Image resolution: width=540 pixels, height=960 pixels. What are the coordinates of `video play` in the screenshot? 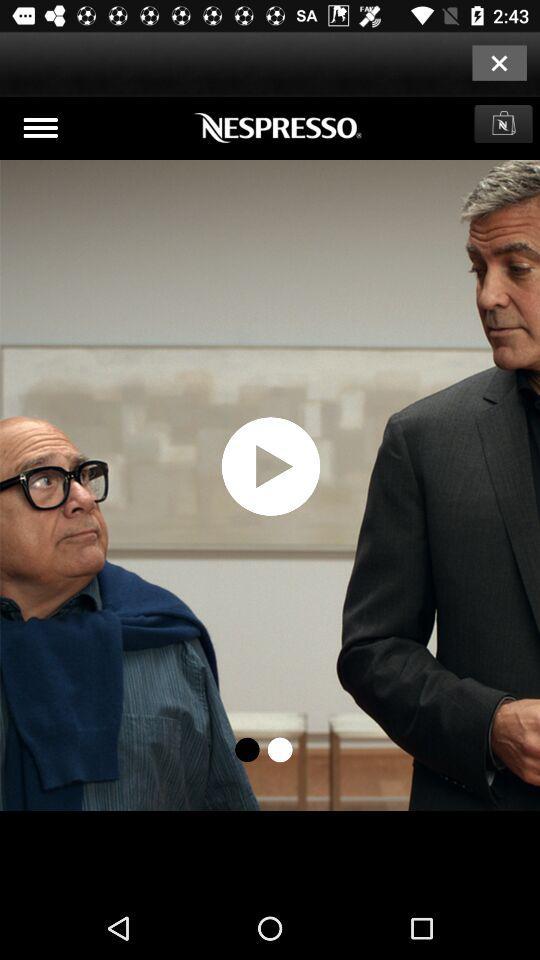 It's located at (270, 496).